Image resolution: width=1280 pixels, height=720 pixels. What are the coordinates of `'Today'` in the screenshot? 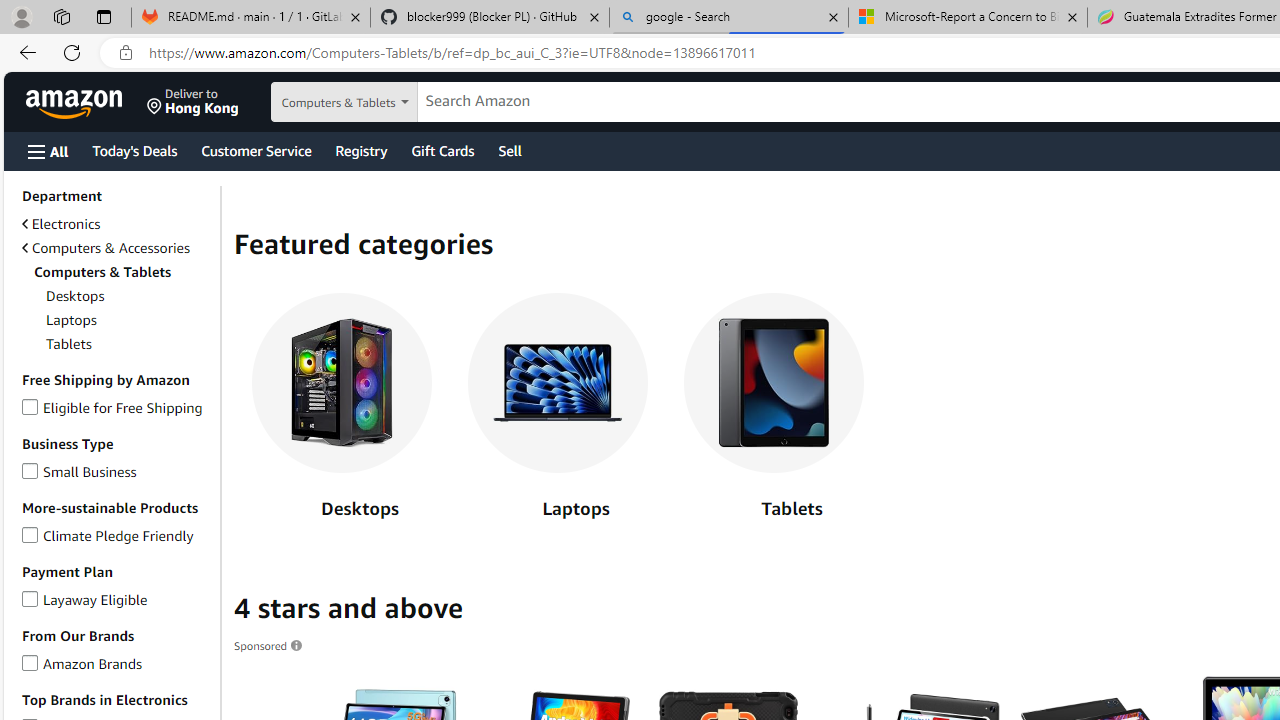 It's located at (133, 149).